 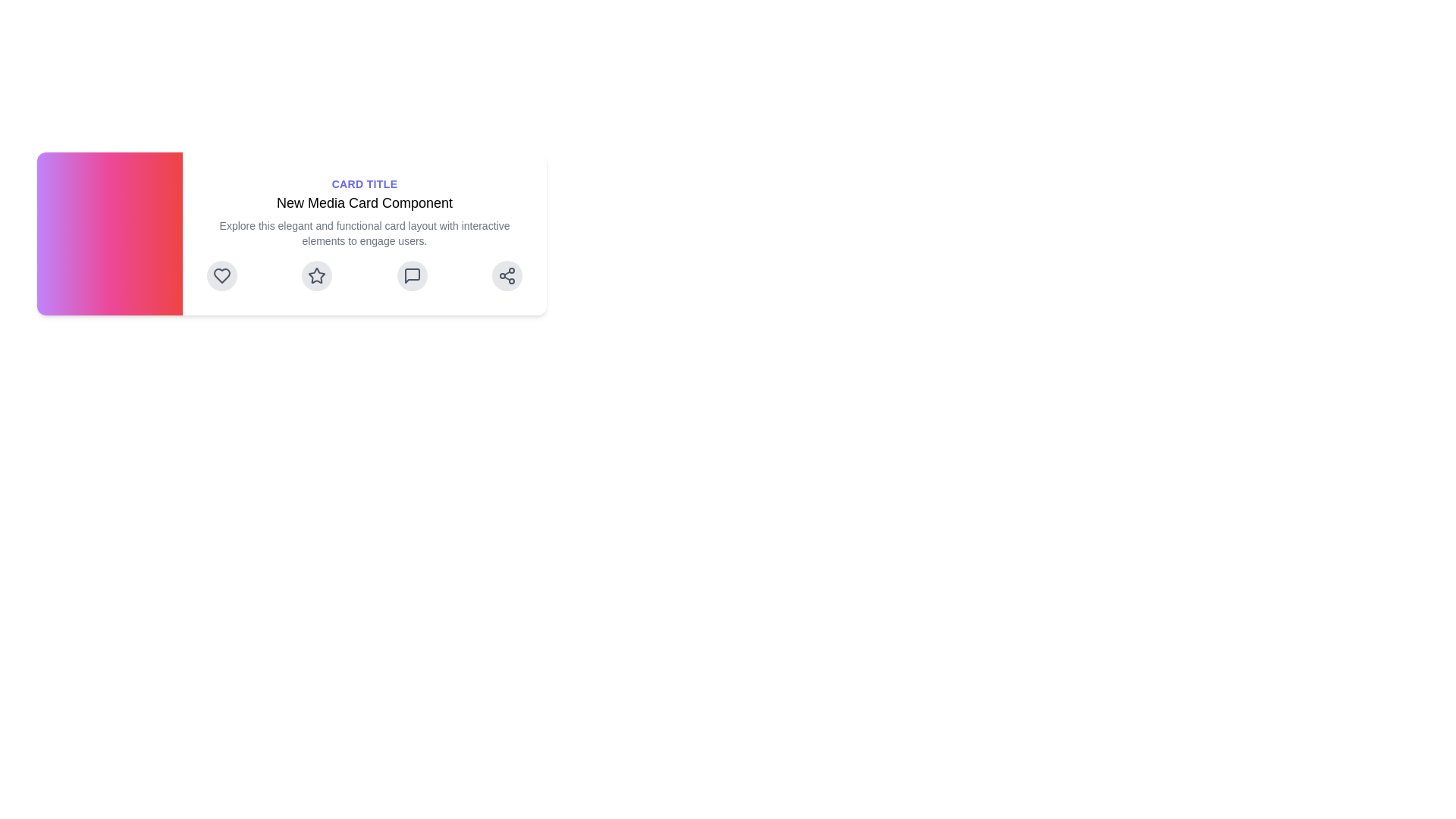 What do you see at coordinates (507, 275) in the screenshot?
I see `the circular share button with a soft gray background and a share symbol to initiate the sharing action` at bounding box center [507, 275].